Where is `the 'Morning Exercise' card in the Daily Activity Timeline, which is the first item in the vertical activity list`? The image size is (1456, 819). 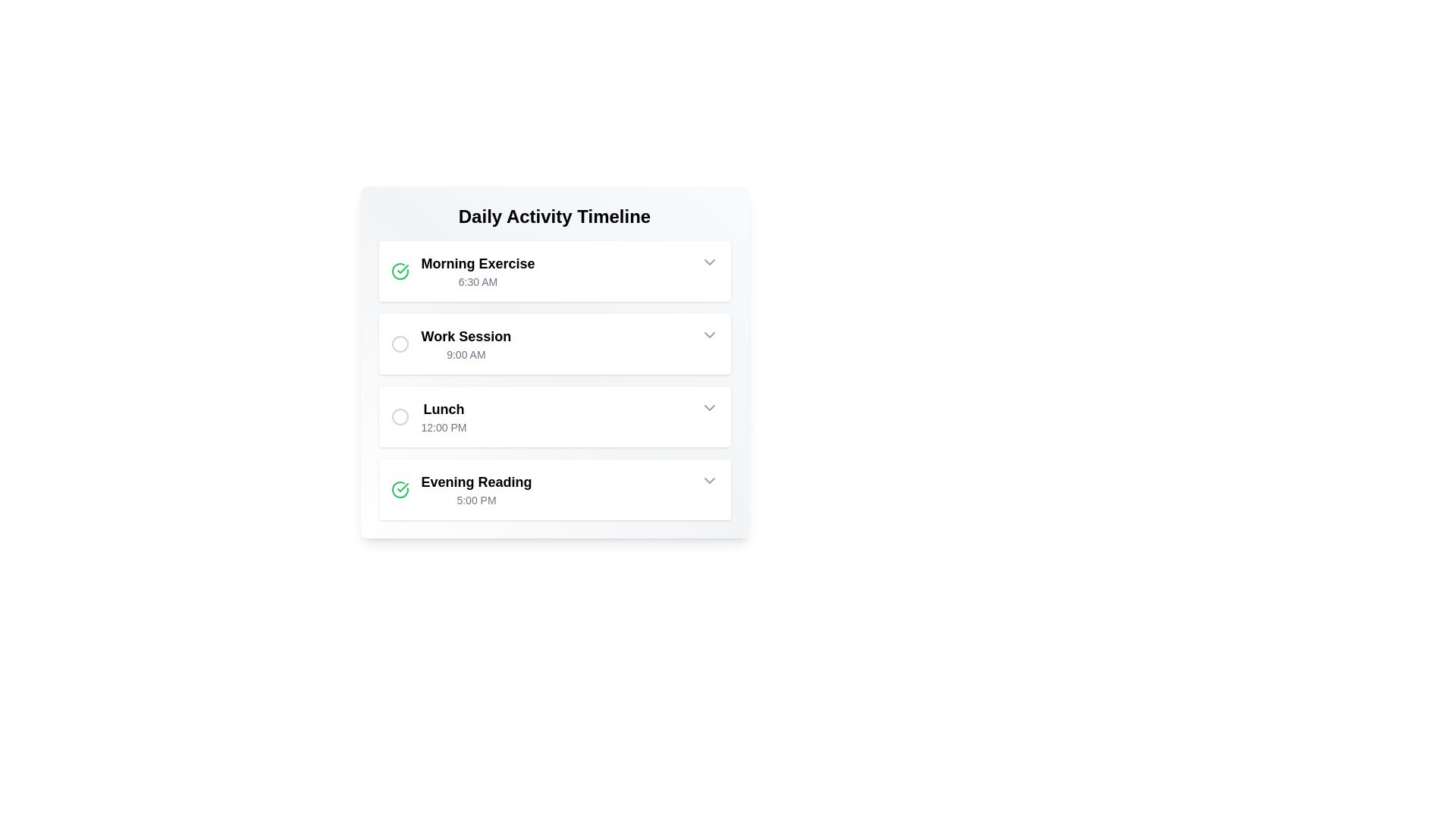 the 'Morning Exercise' card in the Daily Activity Timeline, which is the first item in the vertical activity list is located at coordinates (554, 271).